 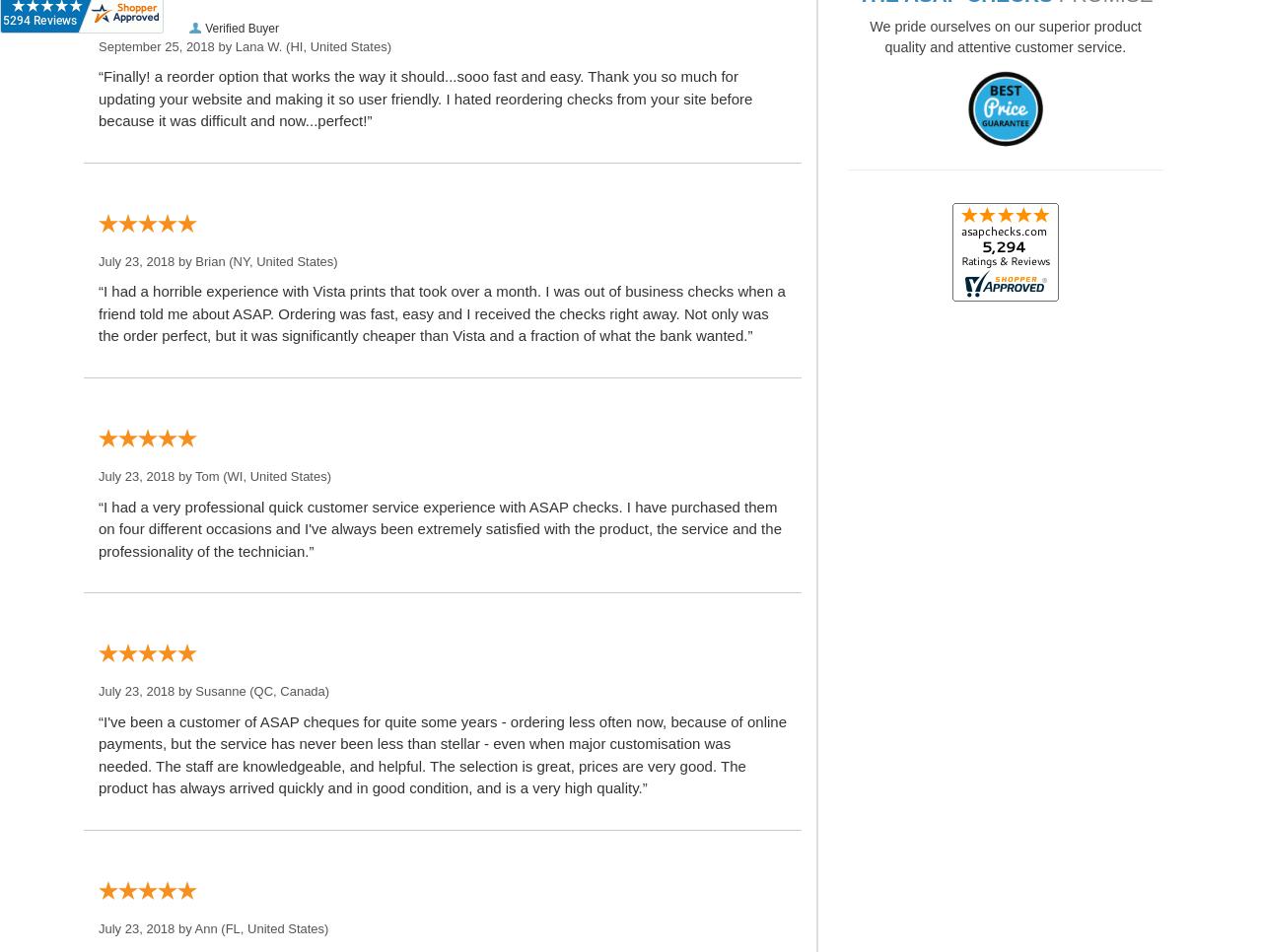 What do you see at coordinates (220, 690) in the screenshot?
I see `'Susanne'` at bounding box center [220, 690].